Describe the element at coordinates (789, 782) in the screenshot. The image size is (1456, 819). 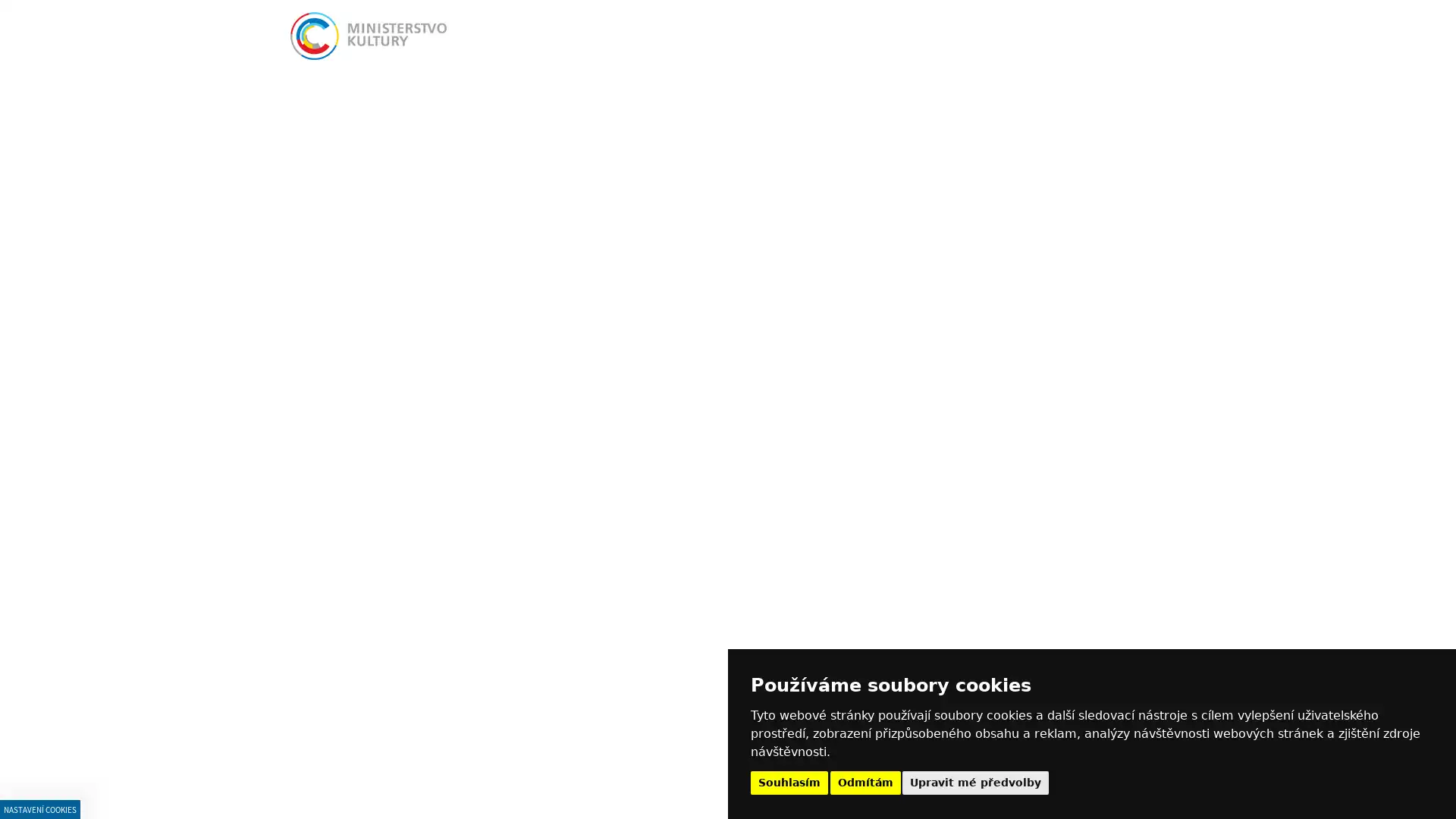
I see `Souhlasim` at that location.